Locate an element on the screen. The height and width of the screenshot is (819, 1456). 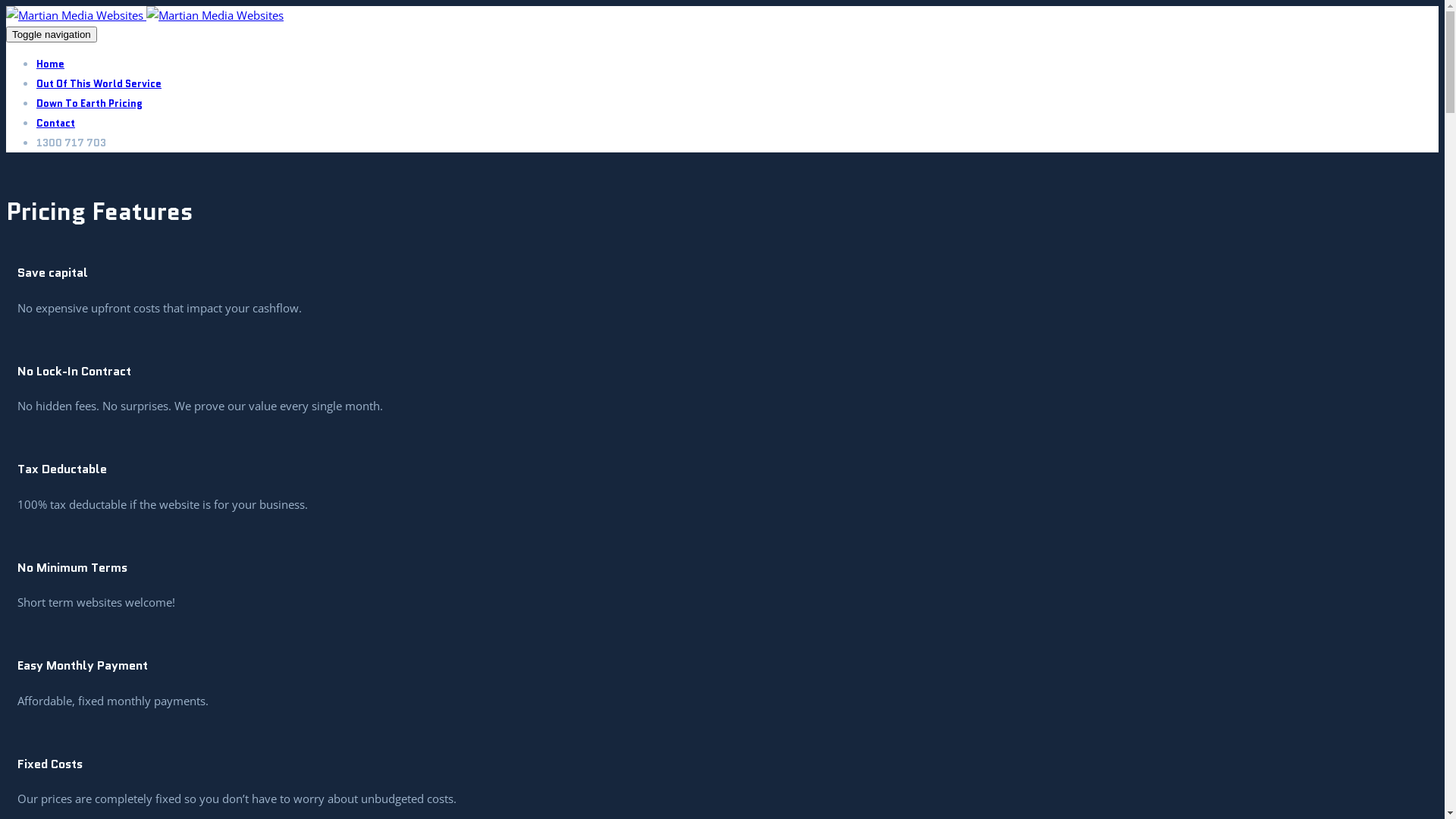
'Down To Earth Pricing' is located at coordinates (36, 102).